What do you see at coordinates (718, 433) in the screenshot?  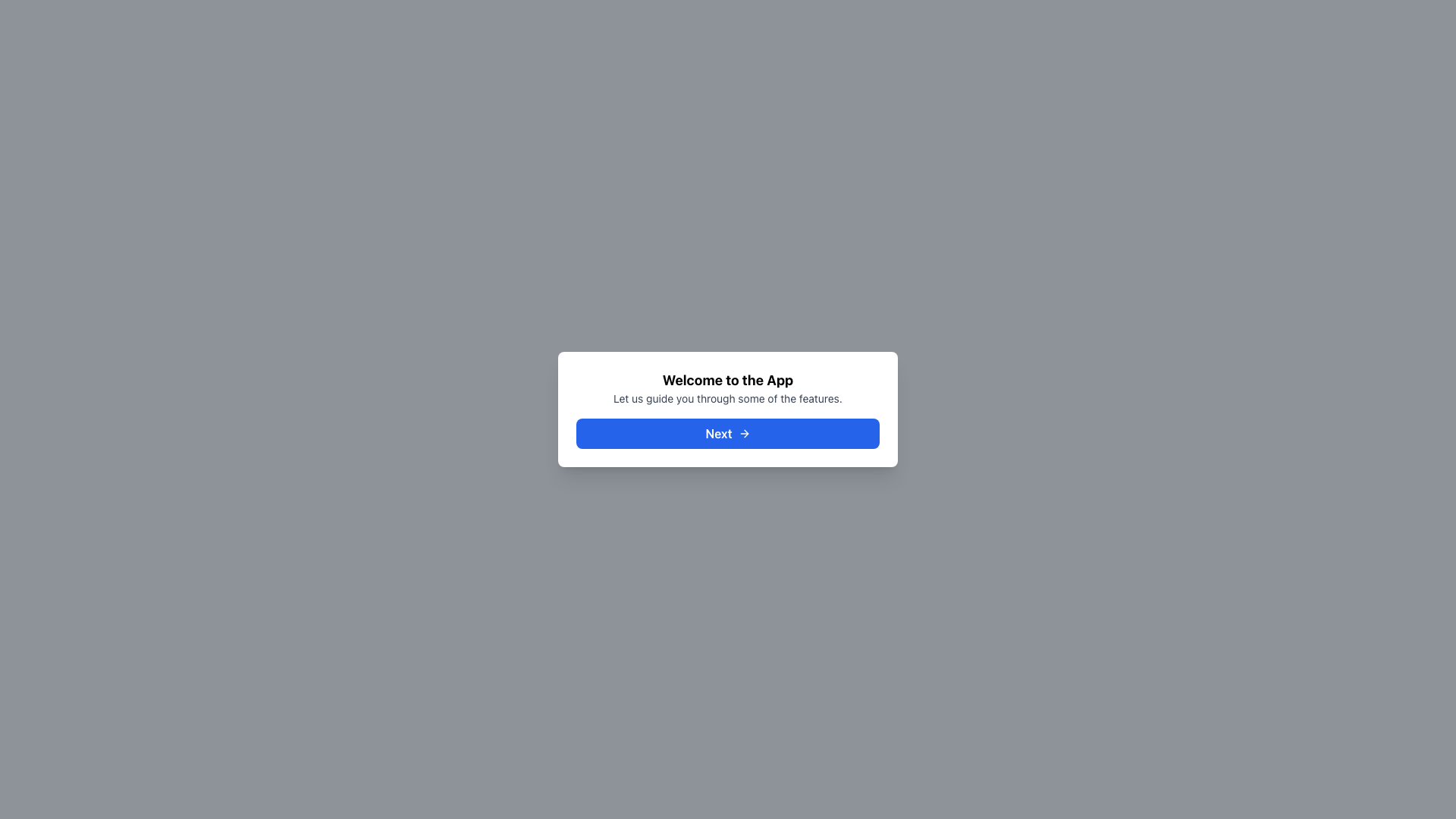 I see `the text label that serves as a label for the button, which is centrally aligned within a blue rectangular button group located near the bottom of the main white card area` at bounding box center [718, 433].